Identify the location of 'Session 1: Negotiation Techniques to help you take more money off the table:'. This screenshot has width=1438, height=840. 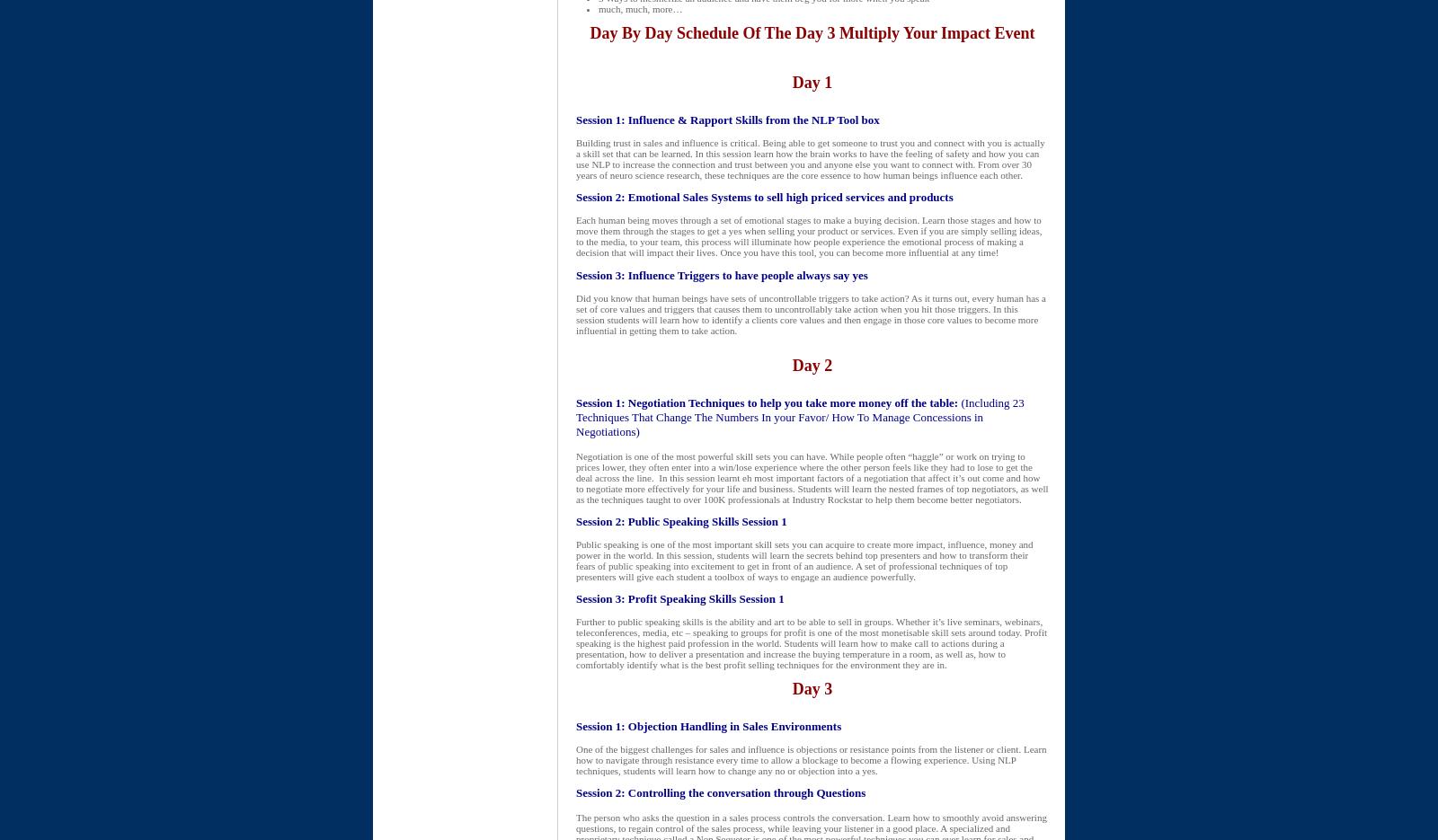
(766, 402).